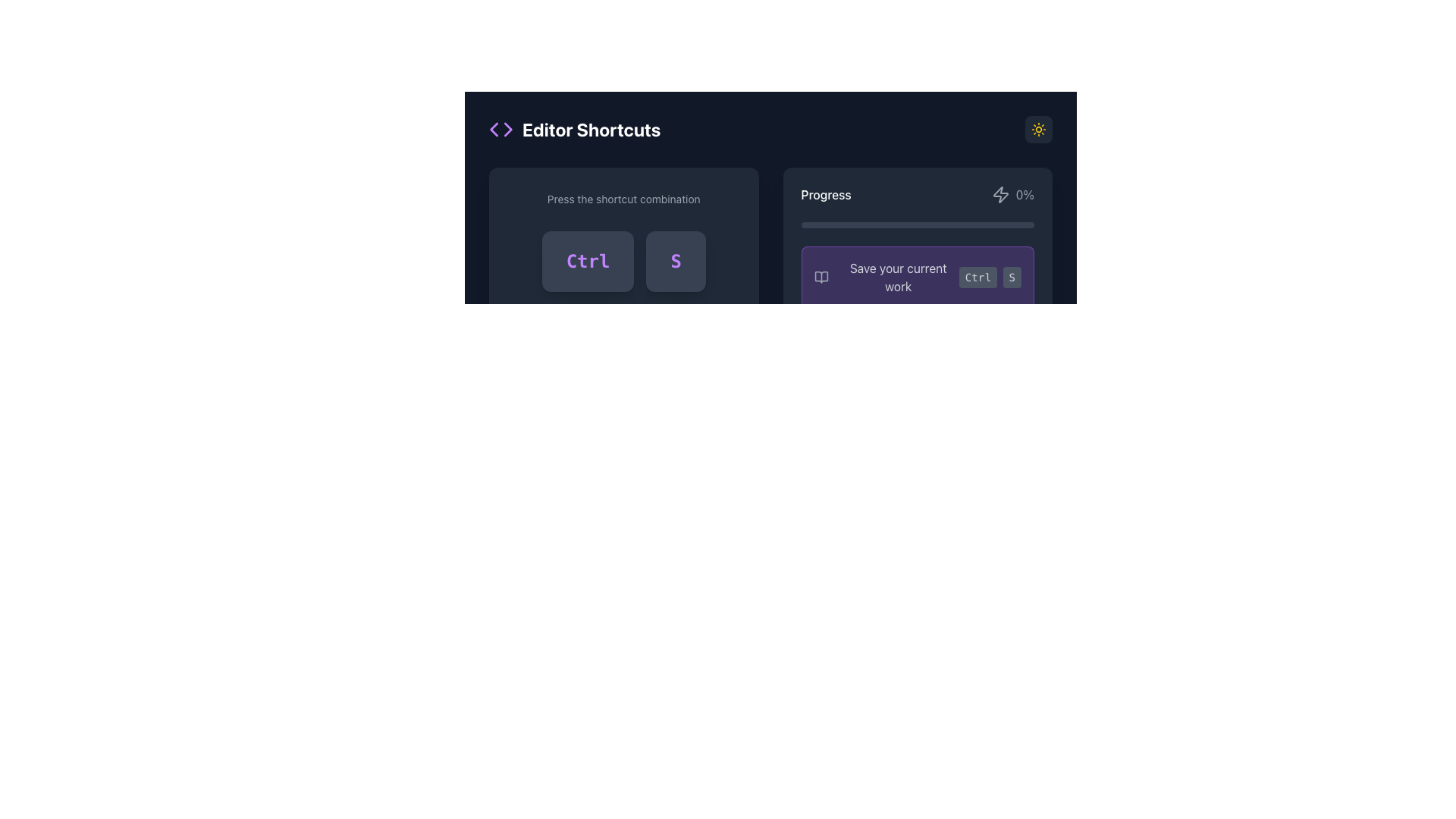 This screenshot has height=819, width=1456. What do you see at coordinates (917, 278) in the screenshot?
I see `the 'Ctrl' button on the shortcut panel, which is the first entry displaying the key binding information` at bounding box center [917, 278].